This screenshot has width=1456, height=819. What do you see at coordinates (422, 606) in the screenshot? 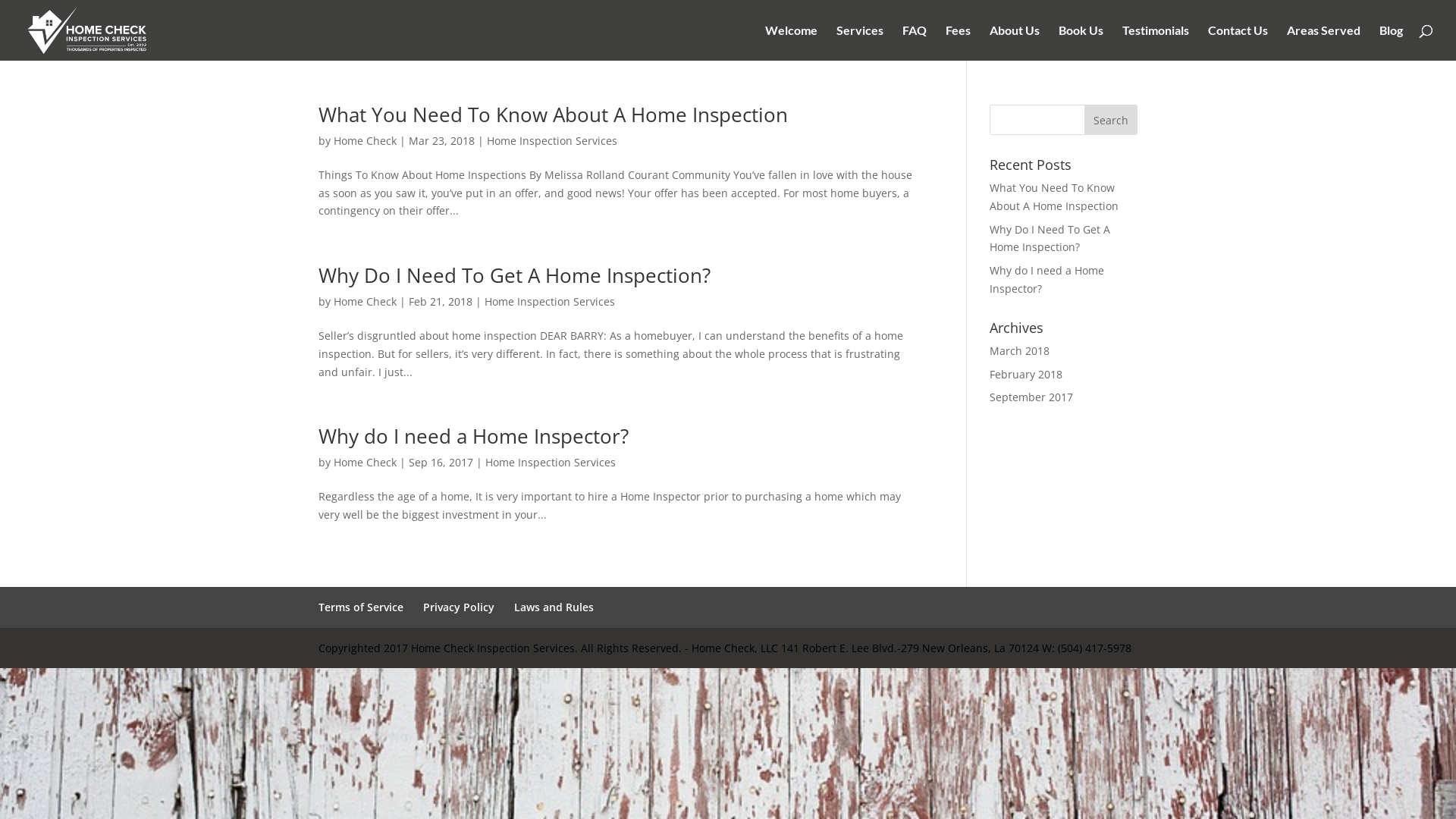
I see `'Privacy Policy'` at bounding box center [422, 606].